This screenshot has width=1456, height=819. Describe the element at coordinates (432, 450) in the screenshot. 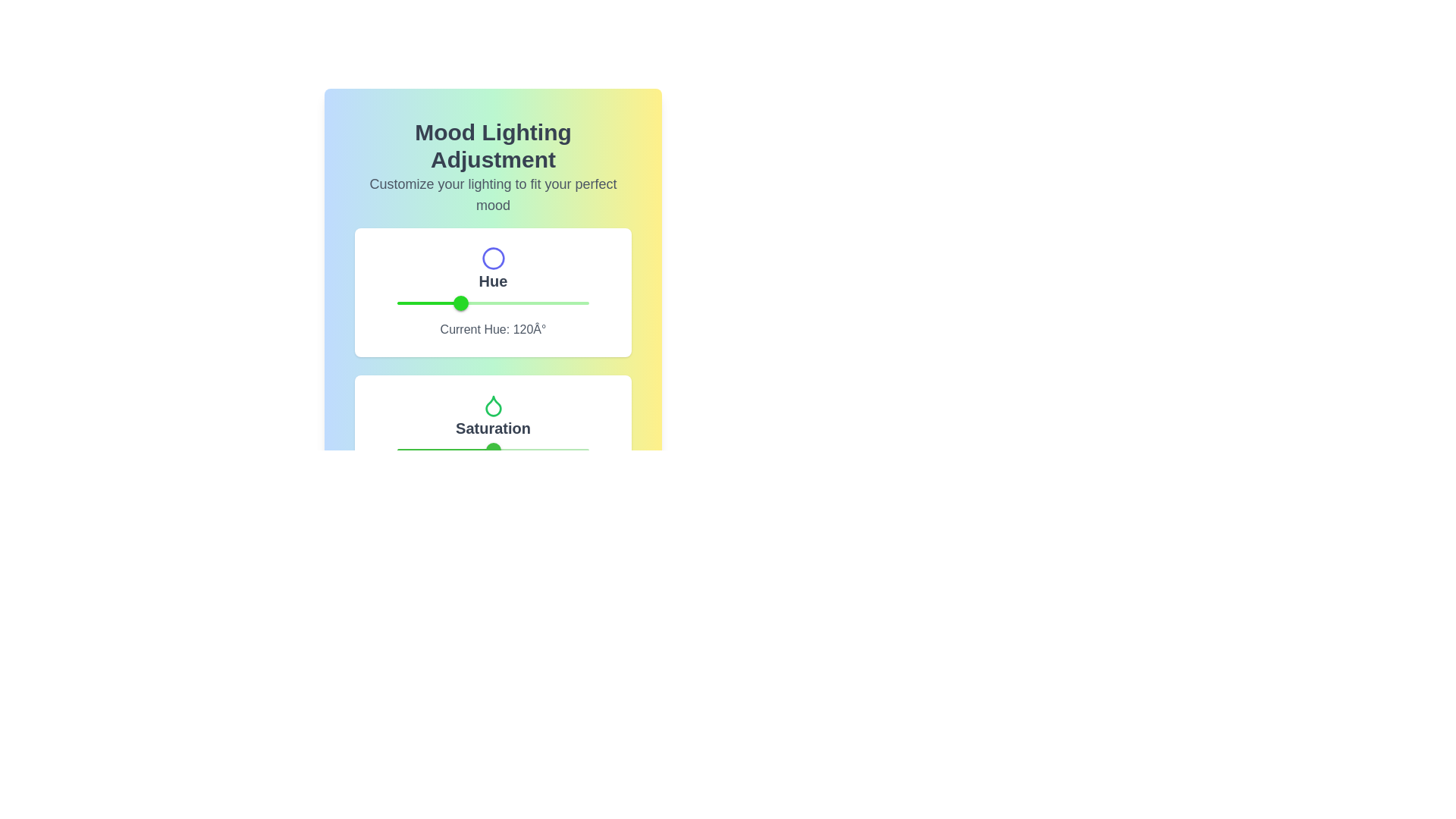

I see `the saturation` at that location.